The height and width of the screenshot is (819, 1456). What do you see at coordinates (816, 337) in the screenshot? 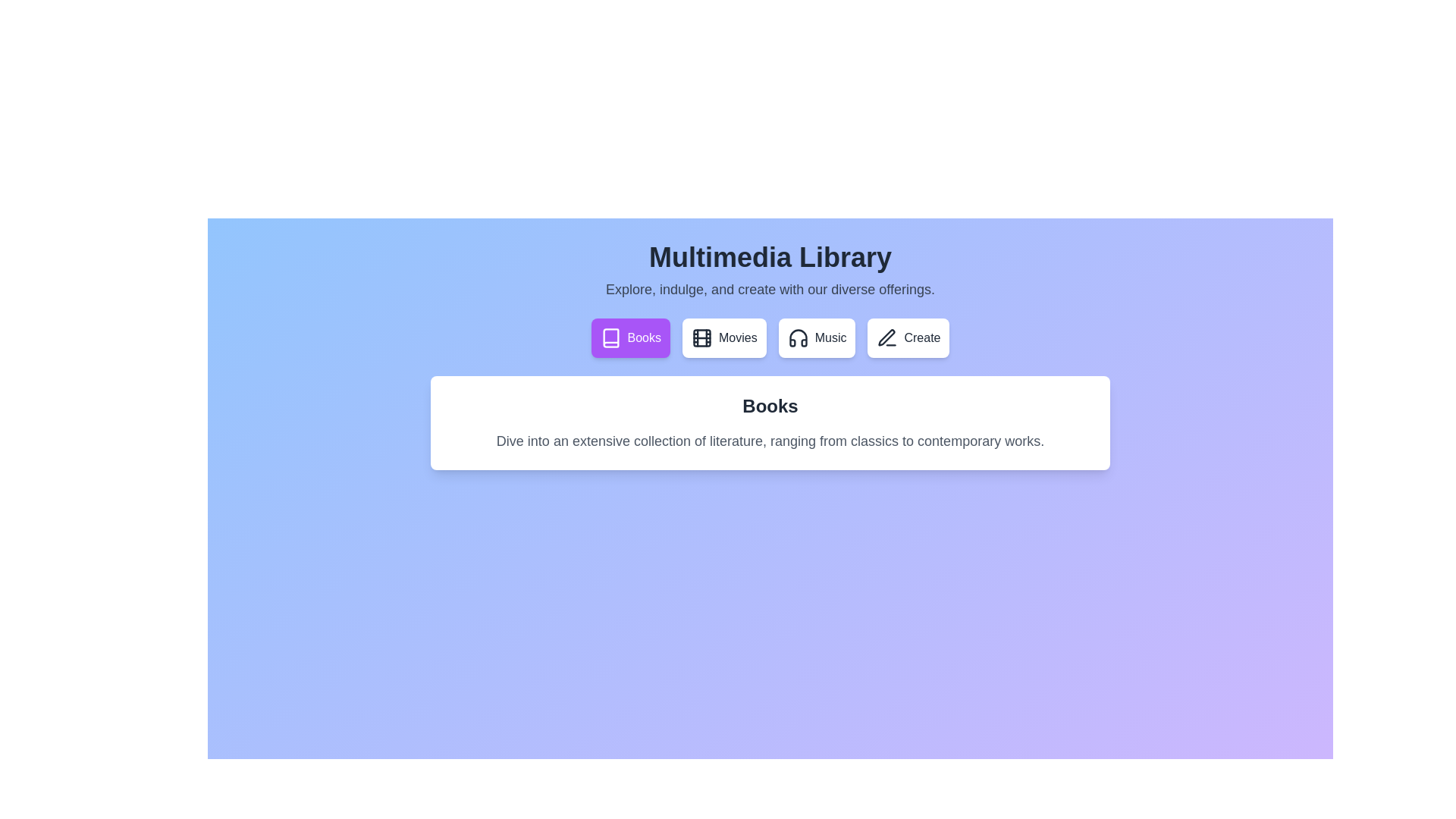
I see `the tab labeled Music to switch the displayed content` at bounding box center [816, 337].